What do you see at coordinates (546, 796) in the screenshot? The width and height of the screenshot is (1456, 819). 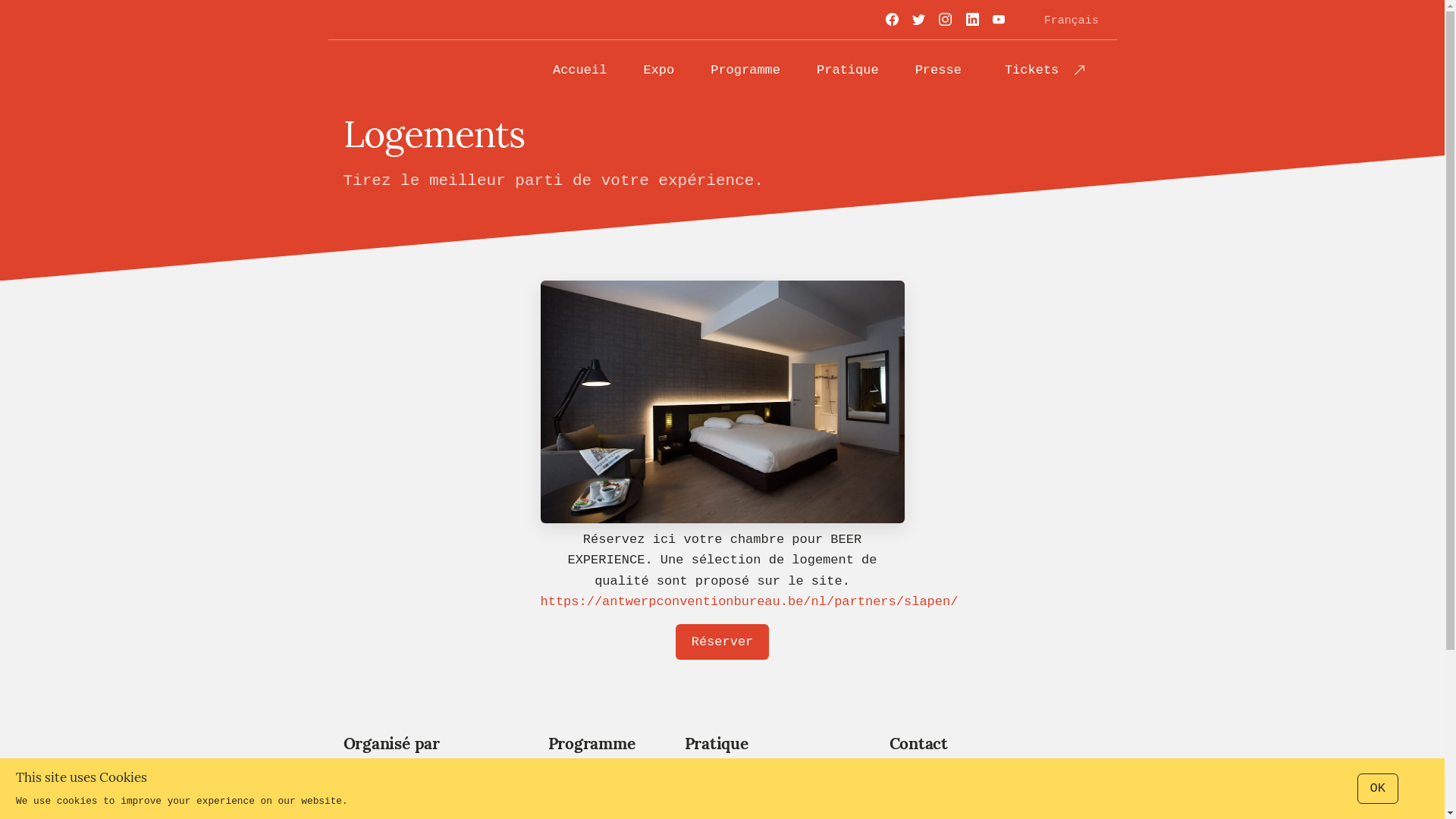 I see `'Exposition'` at bounding box center [546, 796].